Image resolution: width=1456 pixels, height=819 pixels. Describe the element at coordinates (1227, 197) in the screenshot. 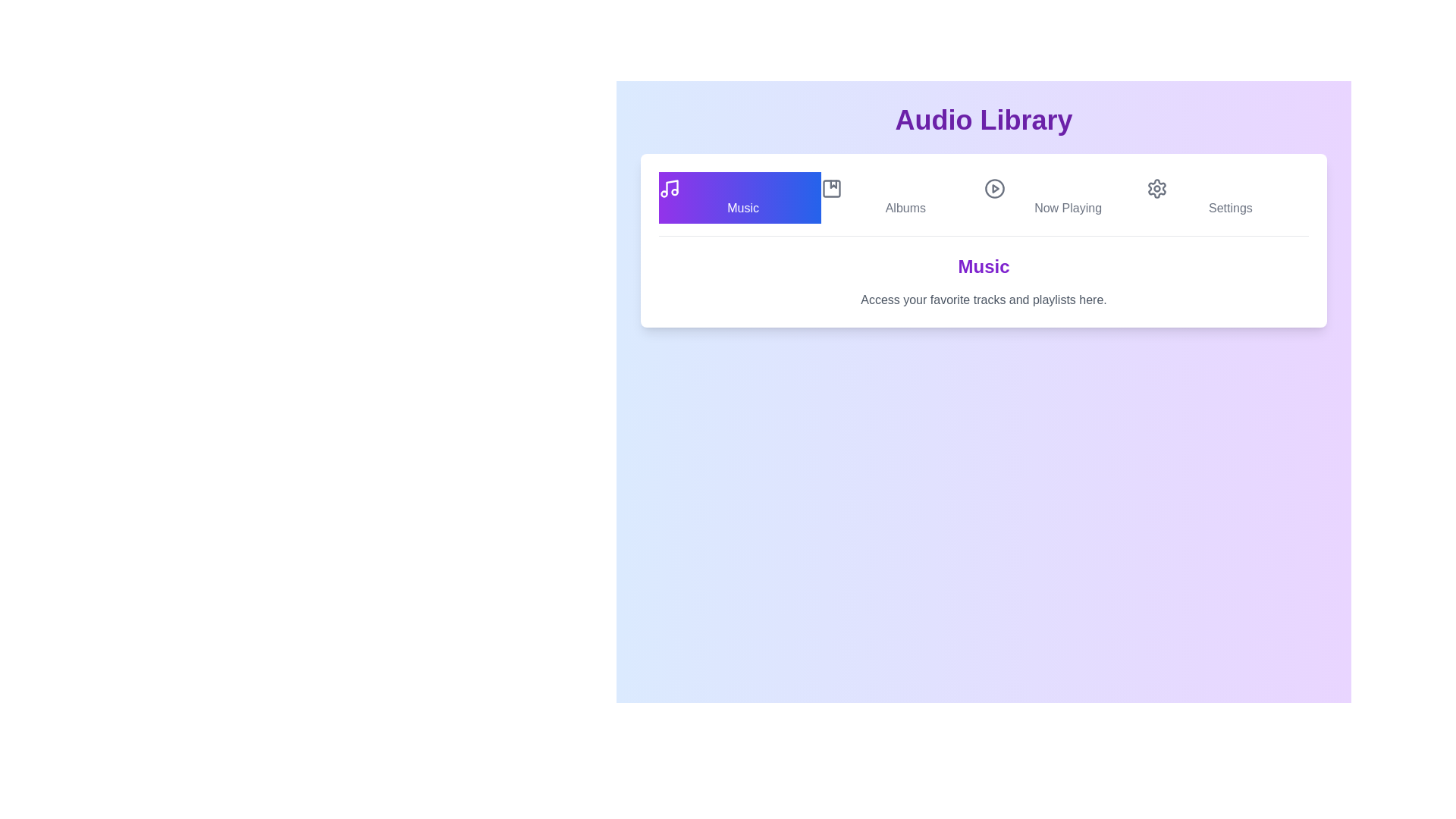

I see `the 'Settings' button with a settings icon to observe the hover effects that change the text color to purple` at that location.